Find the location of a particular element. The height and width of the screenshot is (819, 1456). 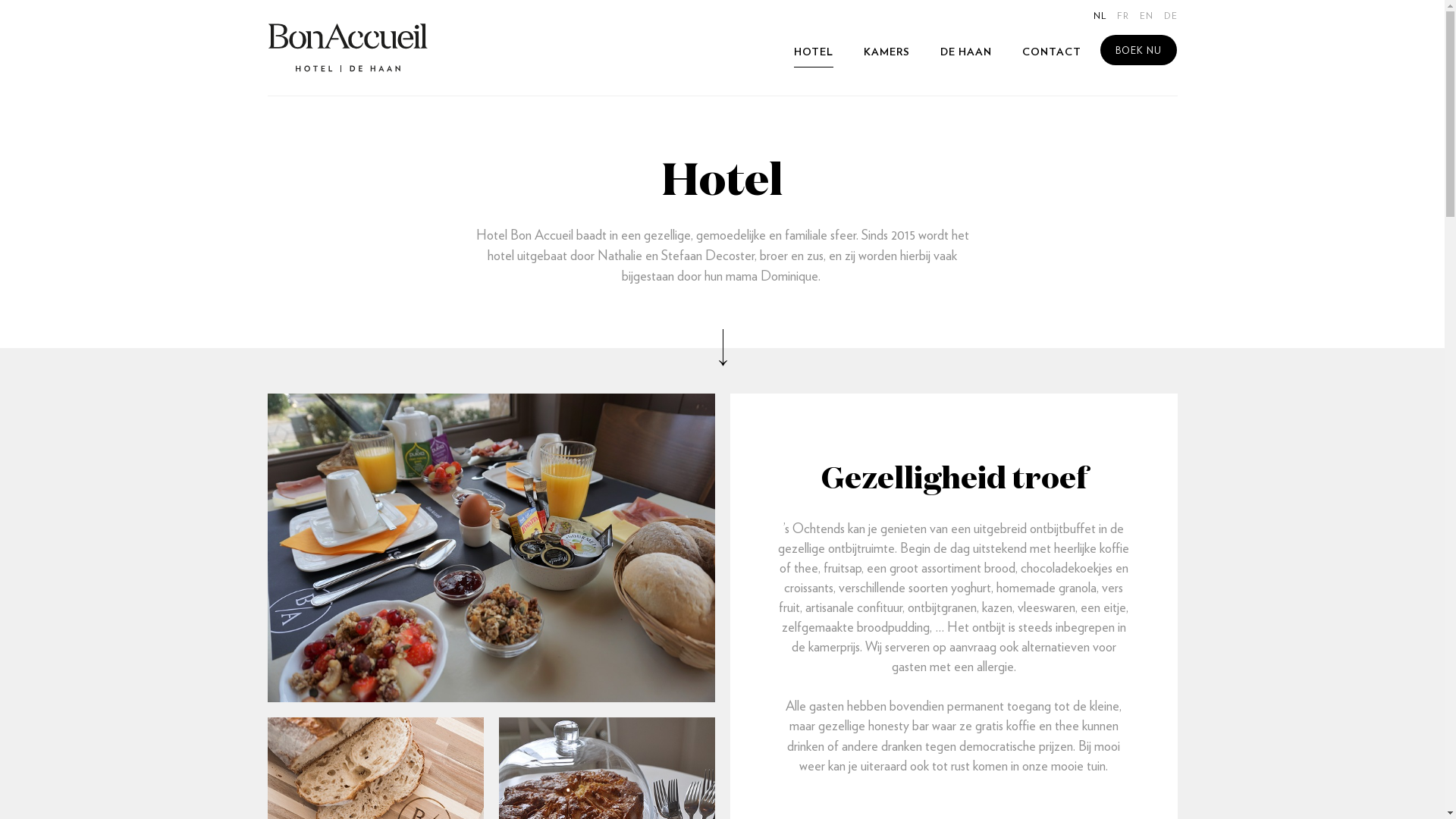

'CONTACT' is located at coordinates (1051, 52).